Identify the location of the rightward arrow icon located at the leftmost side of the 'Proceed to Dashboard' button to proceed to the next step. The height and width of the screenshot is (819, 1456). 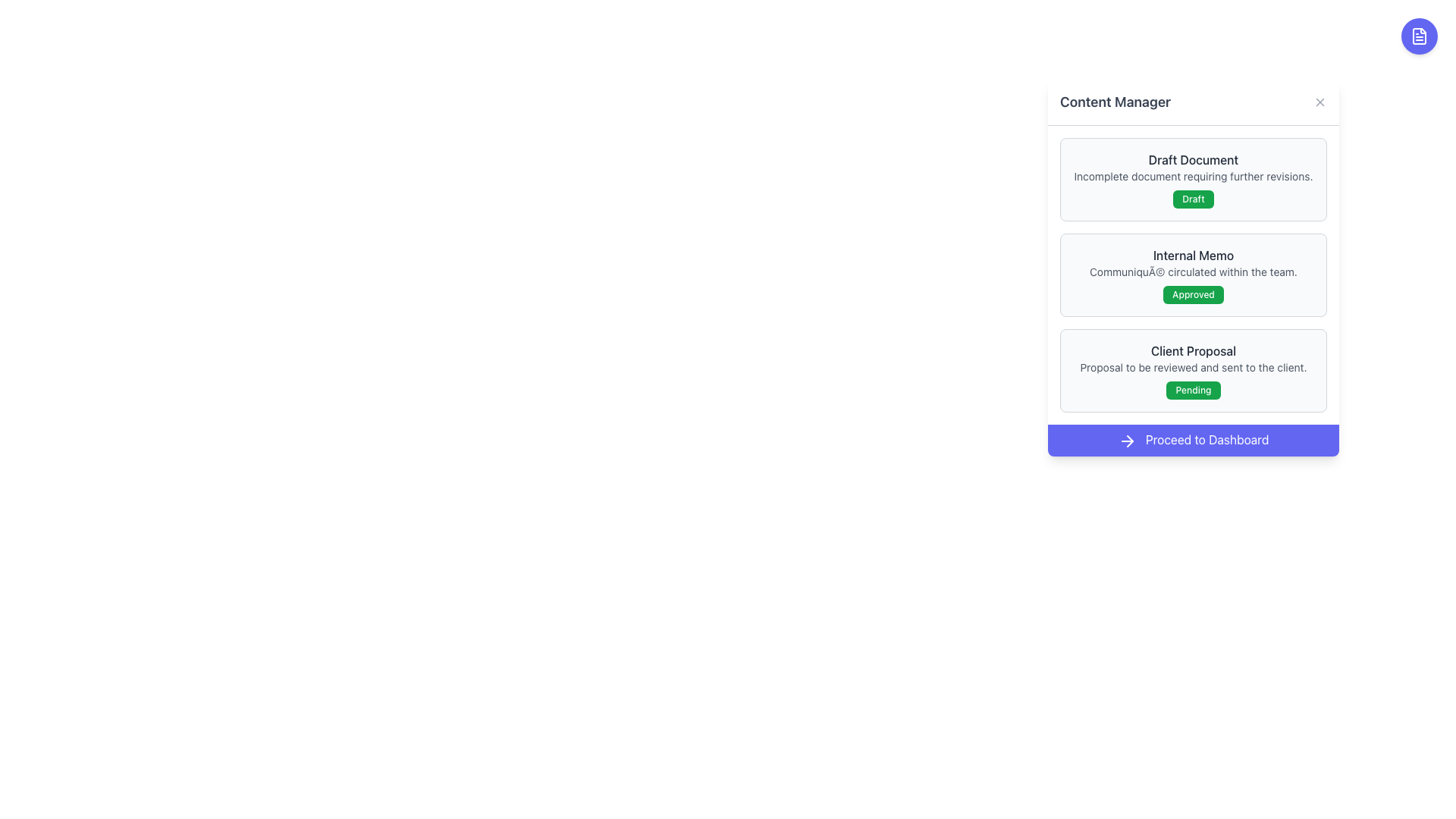
(1127, 441).